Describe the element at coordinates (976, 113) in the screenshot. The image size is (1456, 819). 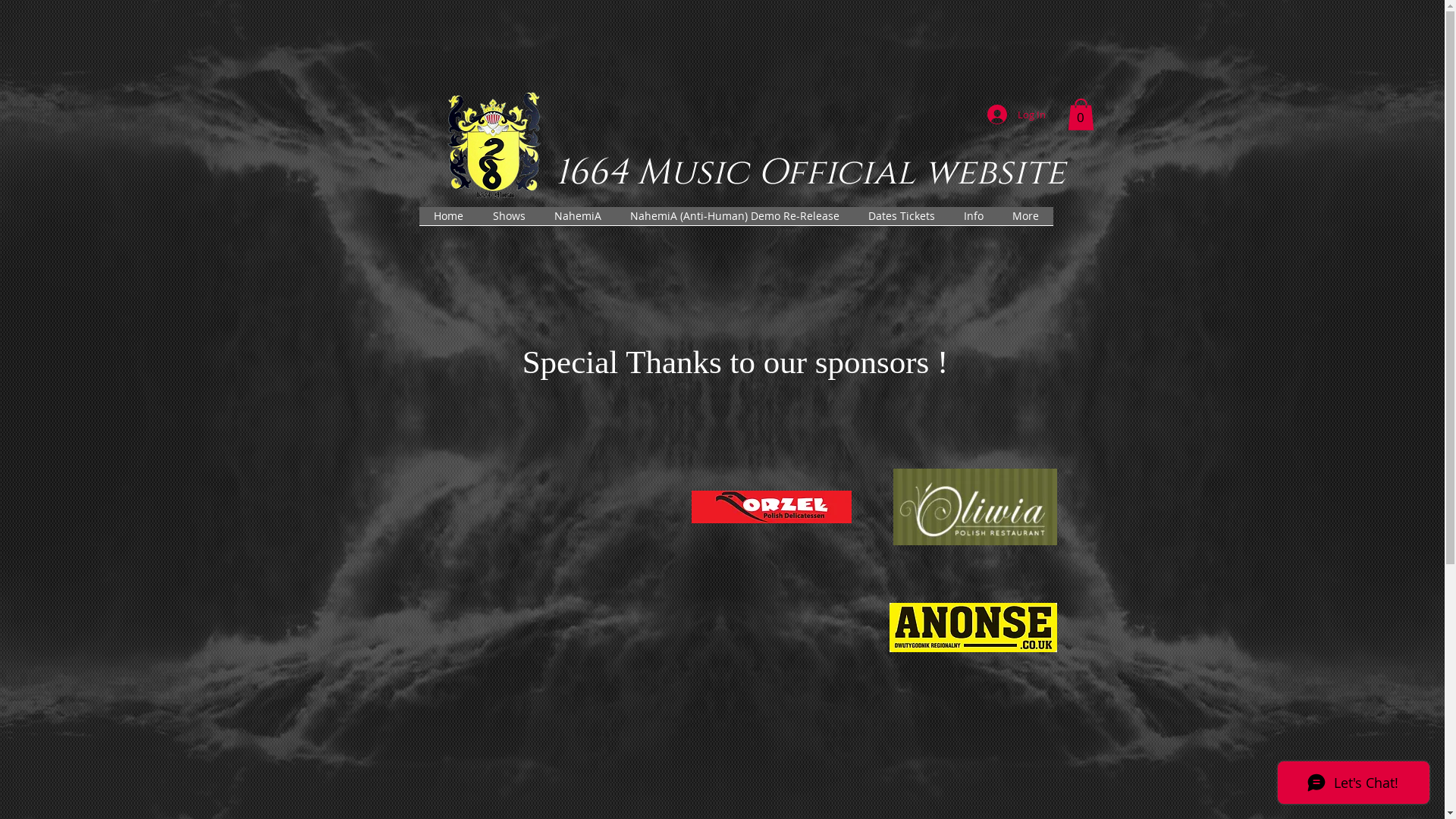
I see `'Log In'` at that location.